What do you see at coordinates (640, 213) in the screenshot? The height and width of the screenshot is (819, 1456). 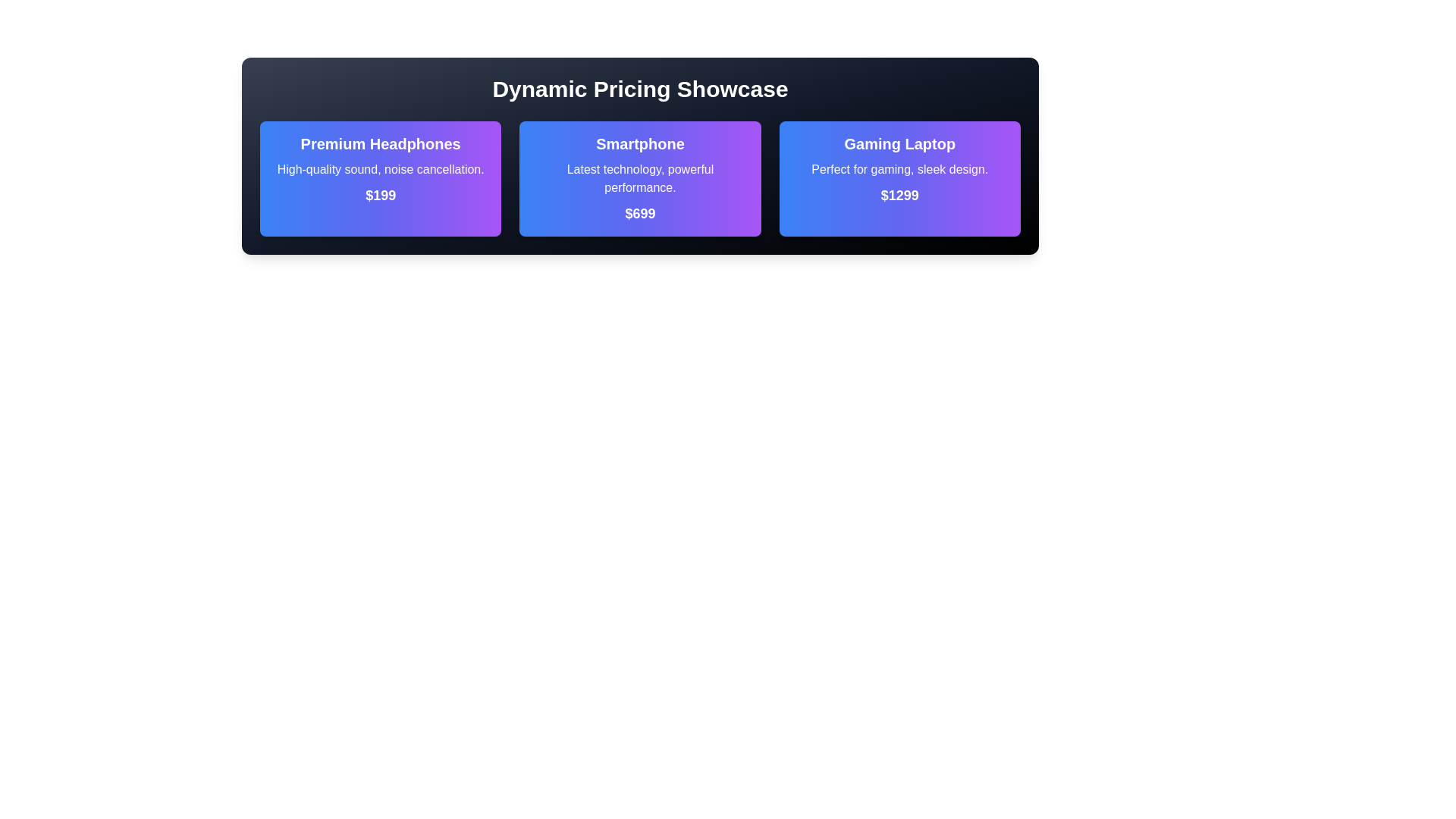 I see `the text element displaying the price '$699', located in the central card of a pricing showcase, beneath the description 'Latest technology, powerful performance.' and the title 'Smartphone.'` at bounding box center [640, 213].